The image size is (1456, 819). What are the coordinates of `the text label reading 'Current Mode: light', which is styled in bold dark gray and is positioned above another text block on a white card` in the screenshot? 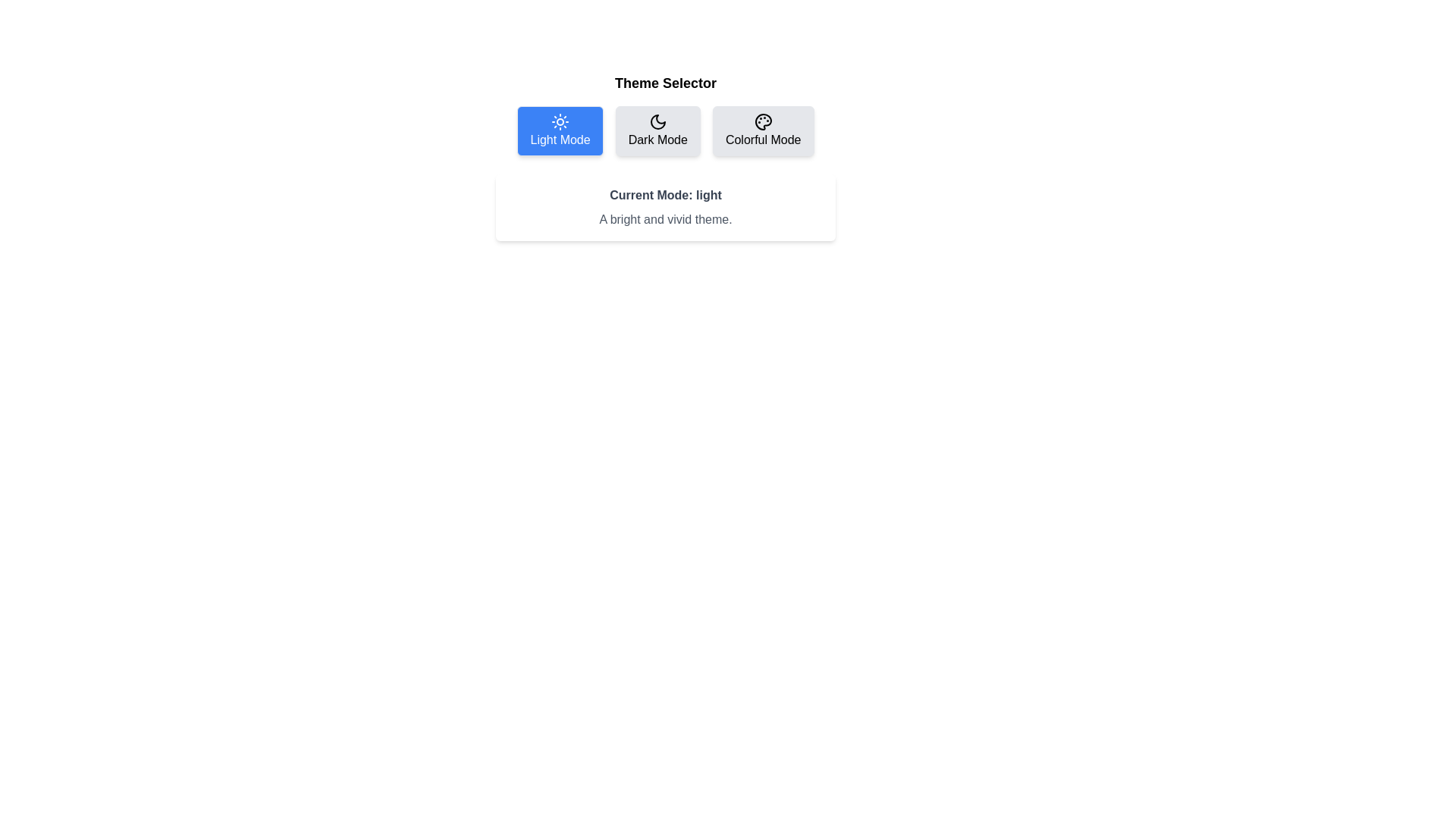 It's located at (666, 195).